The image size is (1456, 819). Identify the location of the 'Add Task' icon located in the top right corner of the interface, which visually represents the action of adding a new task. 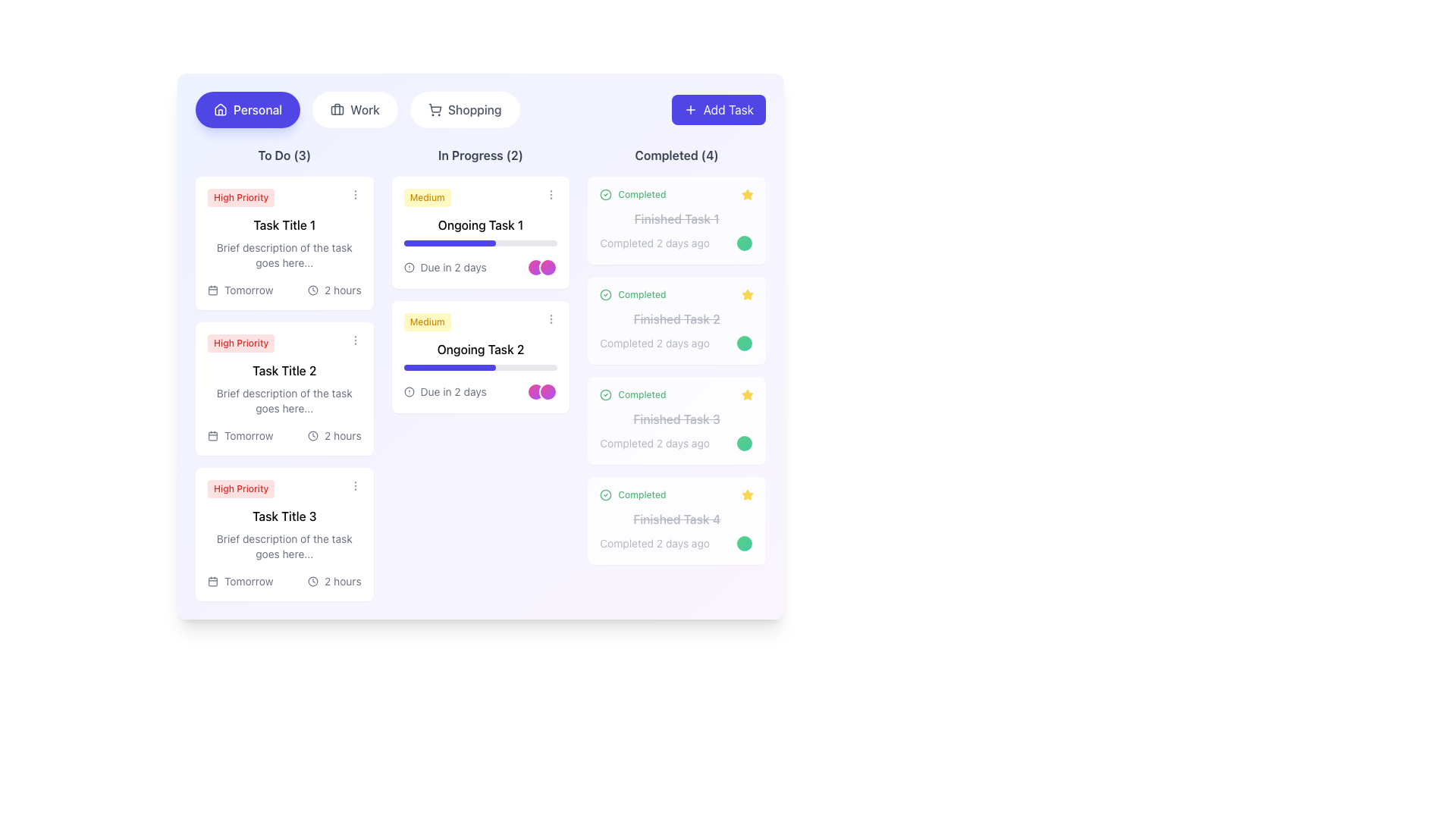
(689, 109).